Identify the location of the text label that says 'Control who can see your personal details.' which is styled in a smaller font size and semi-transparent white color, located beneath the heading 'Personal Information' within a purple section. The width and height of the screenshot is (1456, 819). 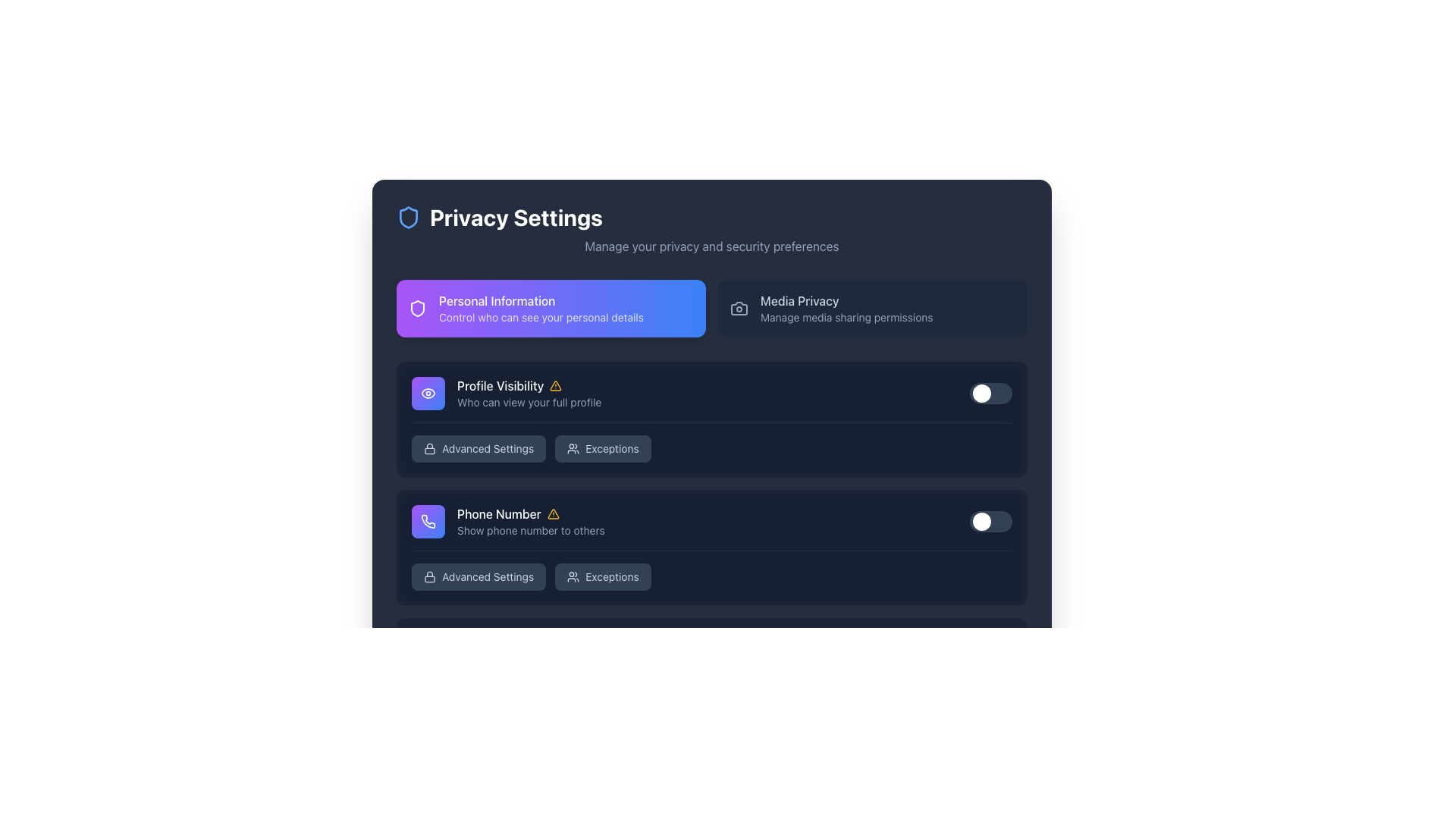
(541, 317).